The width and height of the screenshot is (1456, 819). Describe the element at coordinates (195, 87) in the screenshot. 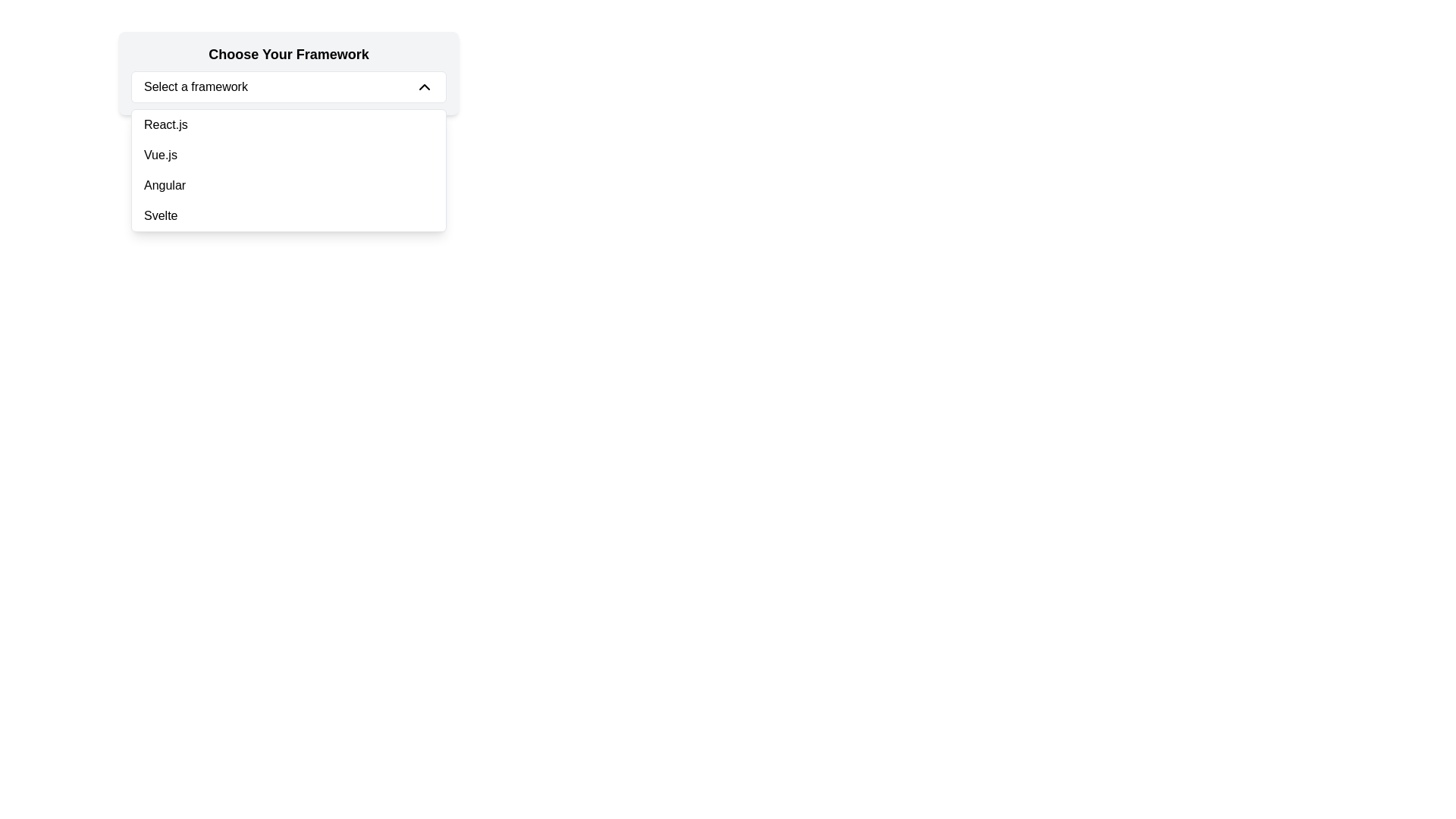

I see `the text element displaying 'Select a framework' inside the dropdown` at that location.